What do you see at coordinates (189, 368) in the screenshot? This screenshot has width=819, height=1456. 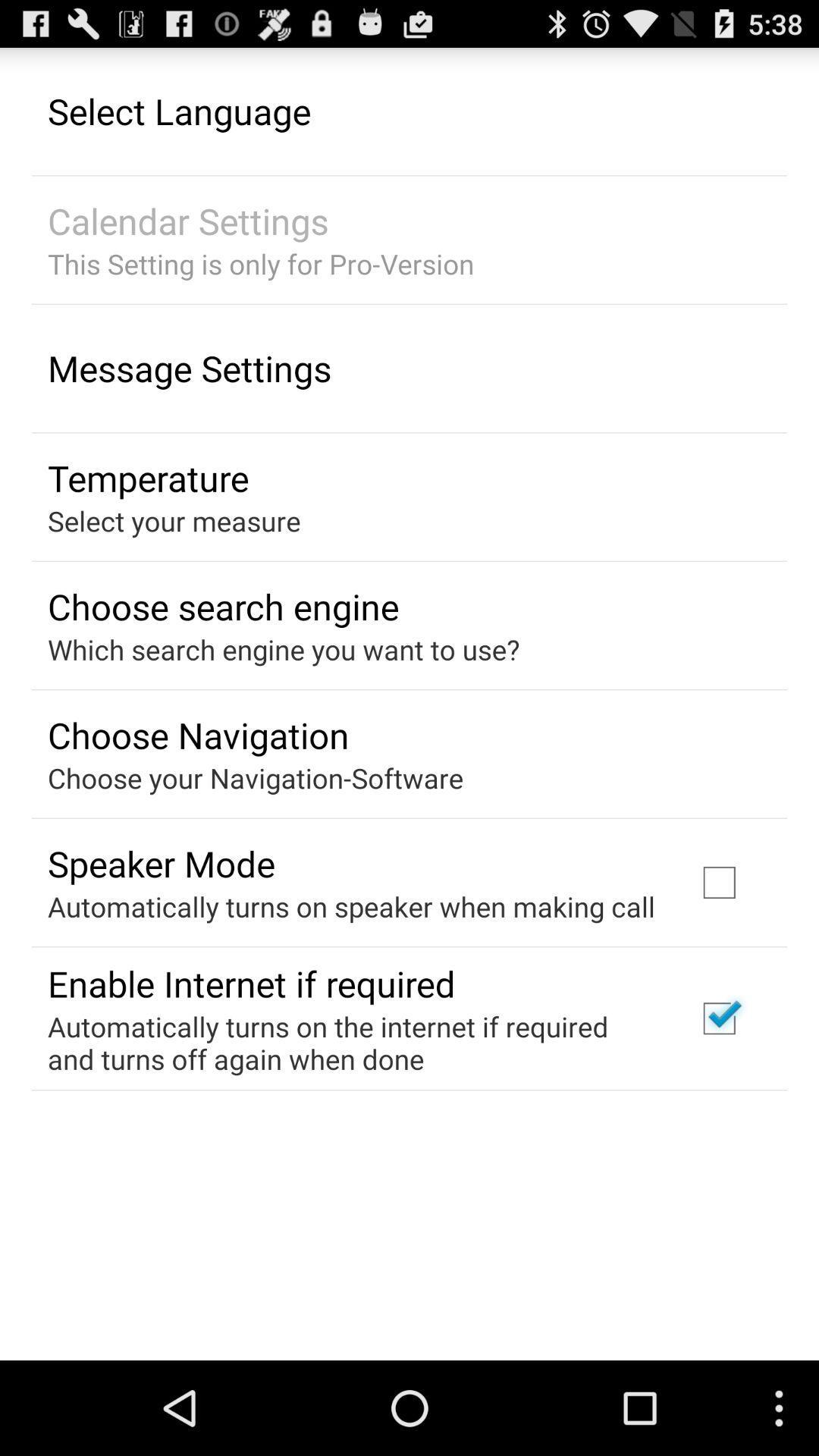 I see `the item above the temperature` at bounding box center [189, 368].